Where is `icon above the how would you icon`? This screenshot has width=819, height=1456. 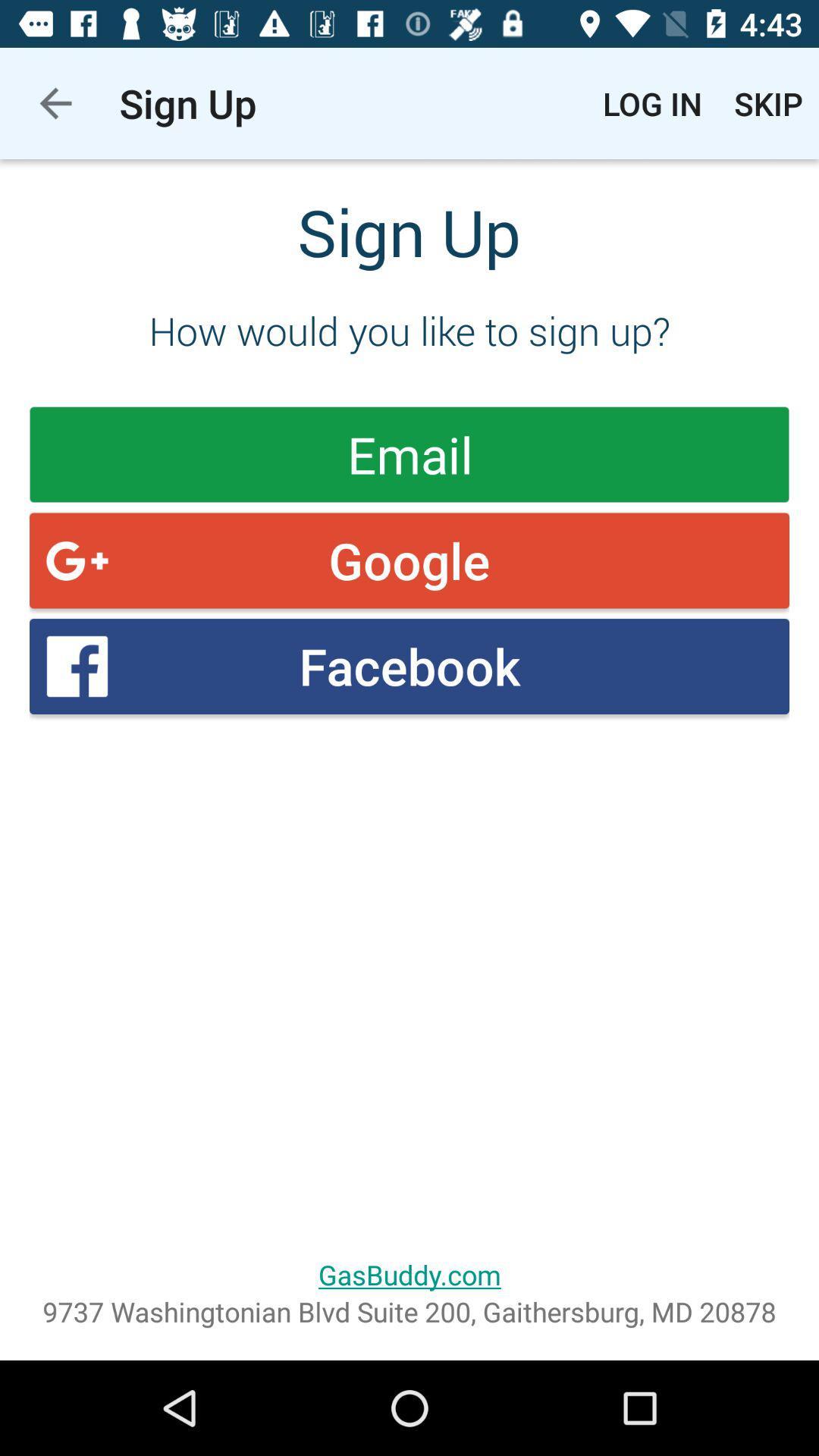
icon above the how would you icon is located at coordinates (55, 102).